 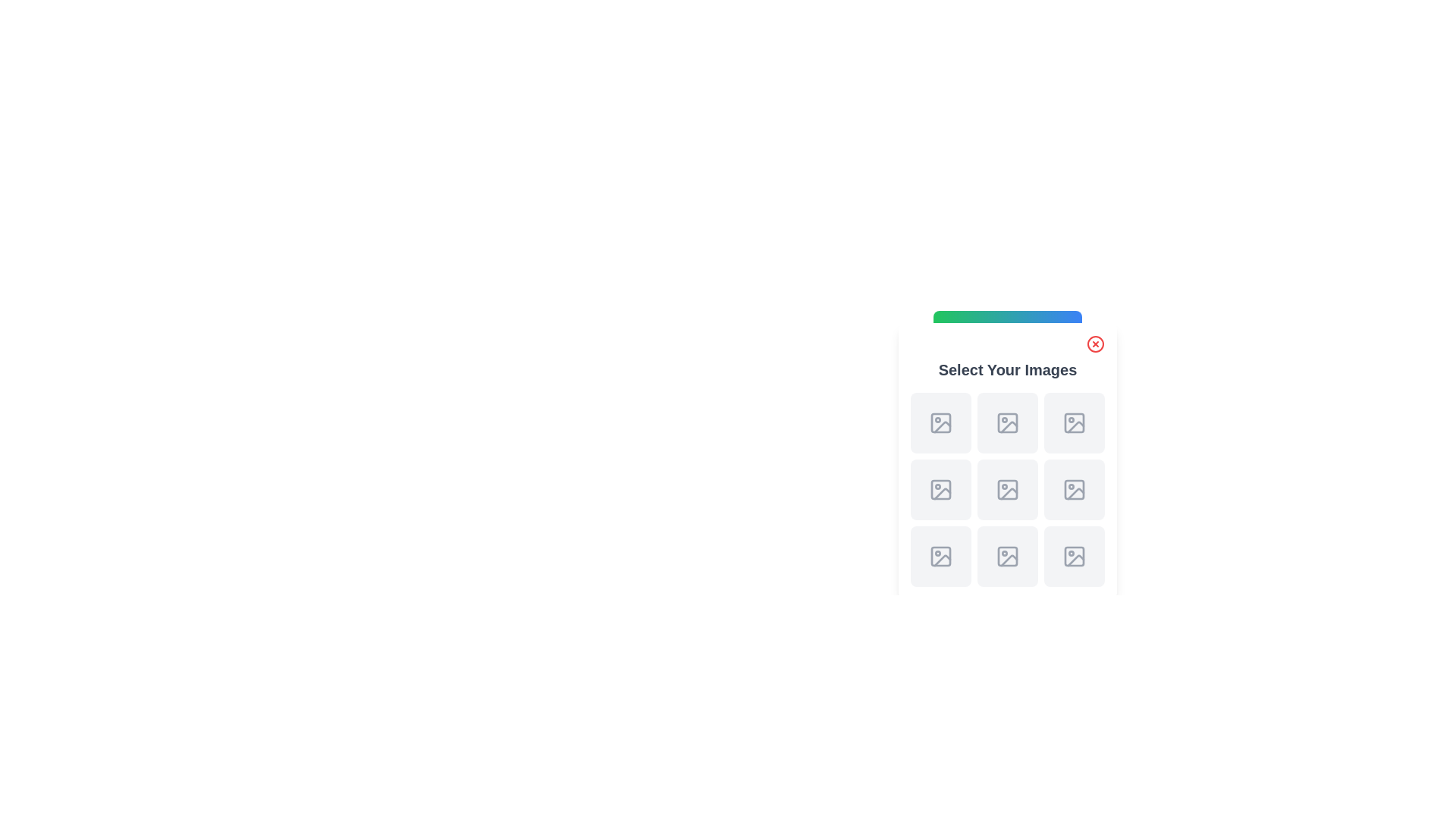 I want to click on the image or gallery-related icon located in the top-left corner of the green-to-blue gradient header bar, so click(x=960, y=329).